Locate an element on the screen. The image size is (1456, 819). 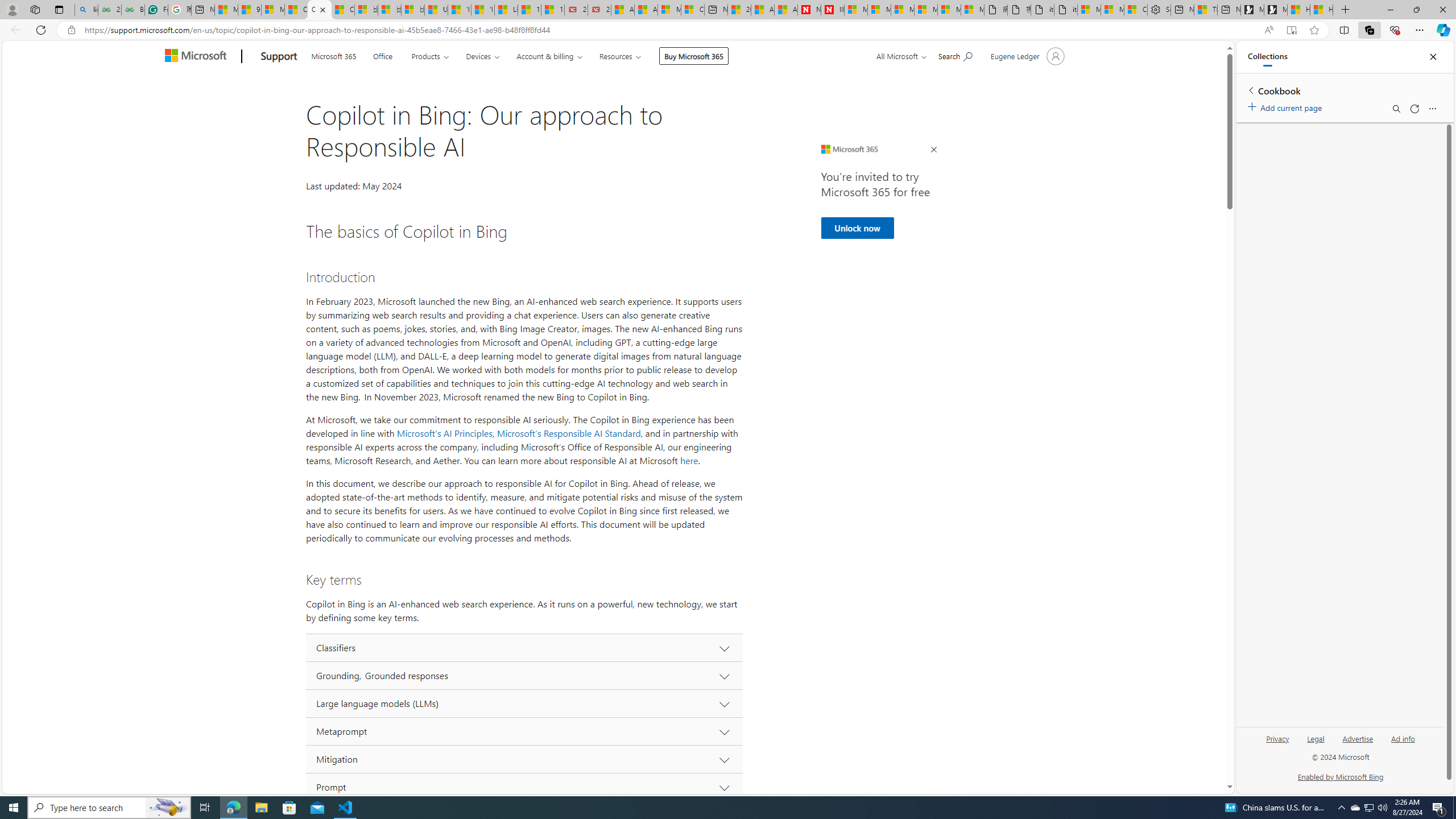
'Lifestyle - MSN' is located at coordinates (505, 9).